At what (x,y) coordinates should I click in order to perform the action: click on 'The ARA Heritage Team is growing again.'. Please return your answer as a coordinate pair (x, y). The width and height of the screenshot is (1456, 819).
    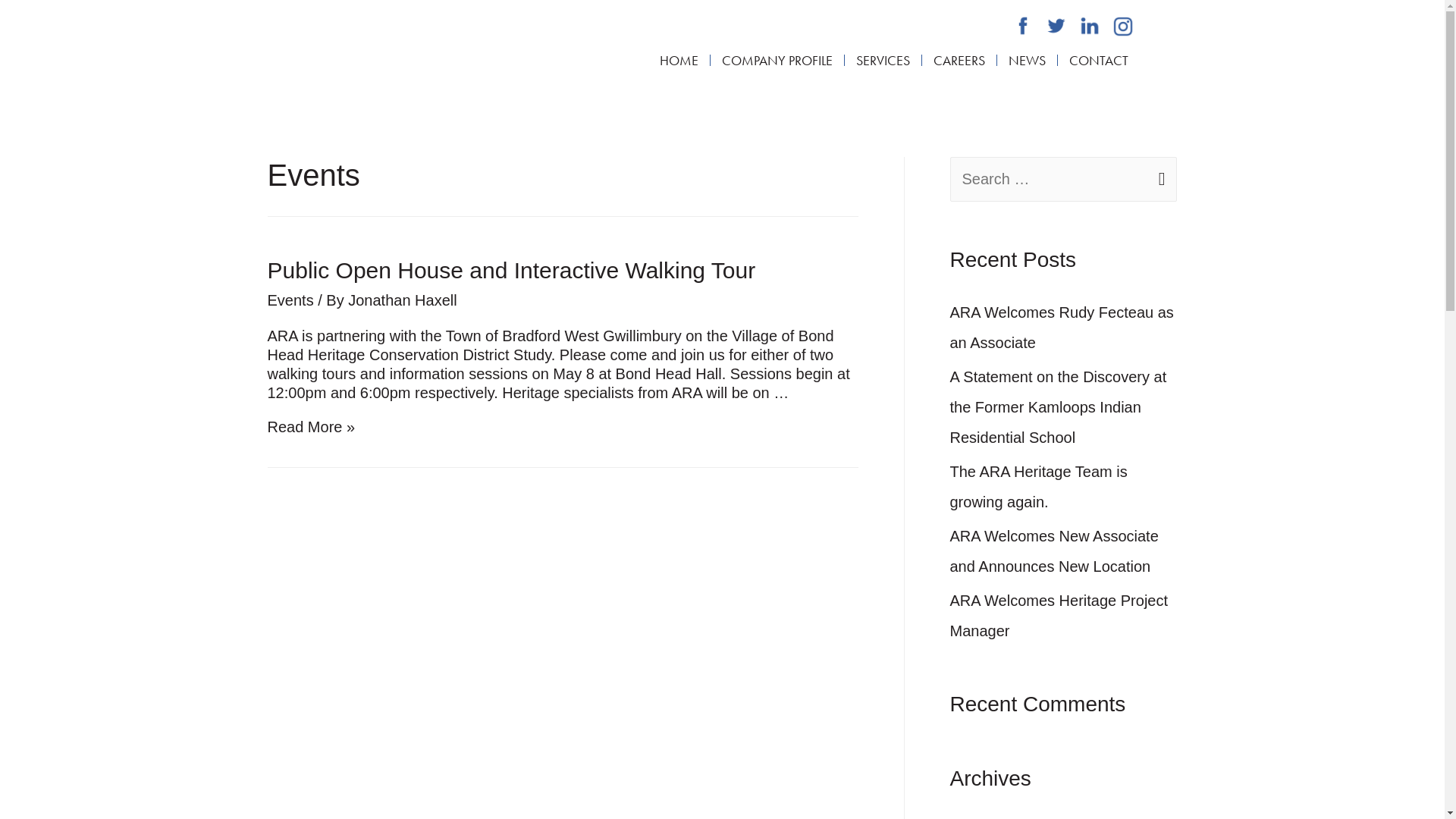
    Looking at the image, I should click on (1037, 486).